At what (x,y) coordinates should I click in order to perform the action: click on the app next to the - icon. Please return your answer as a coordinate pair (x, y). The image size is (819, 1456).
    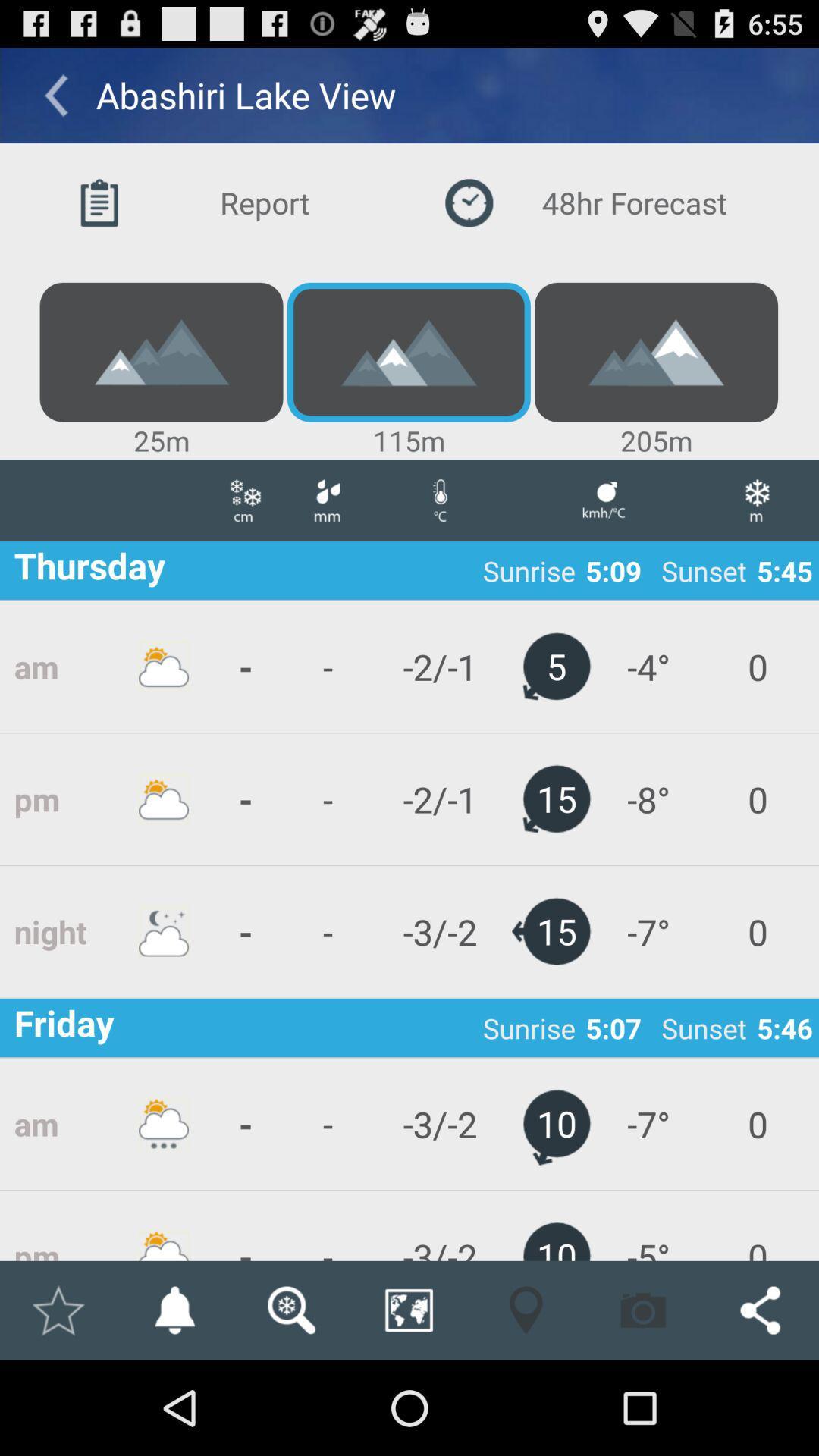
    Looking at the image, I should click on (327, 799).